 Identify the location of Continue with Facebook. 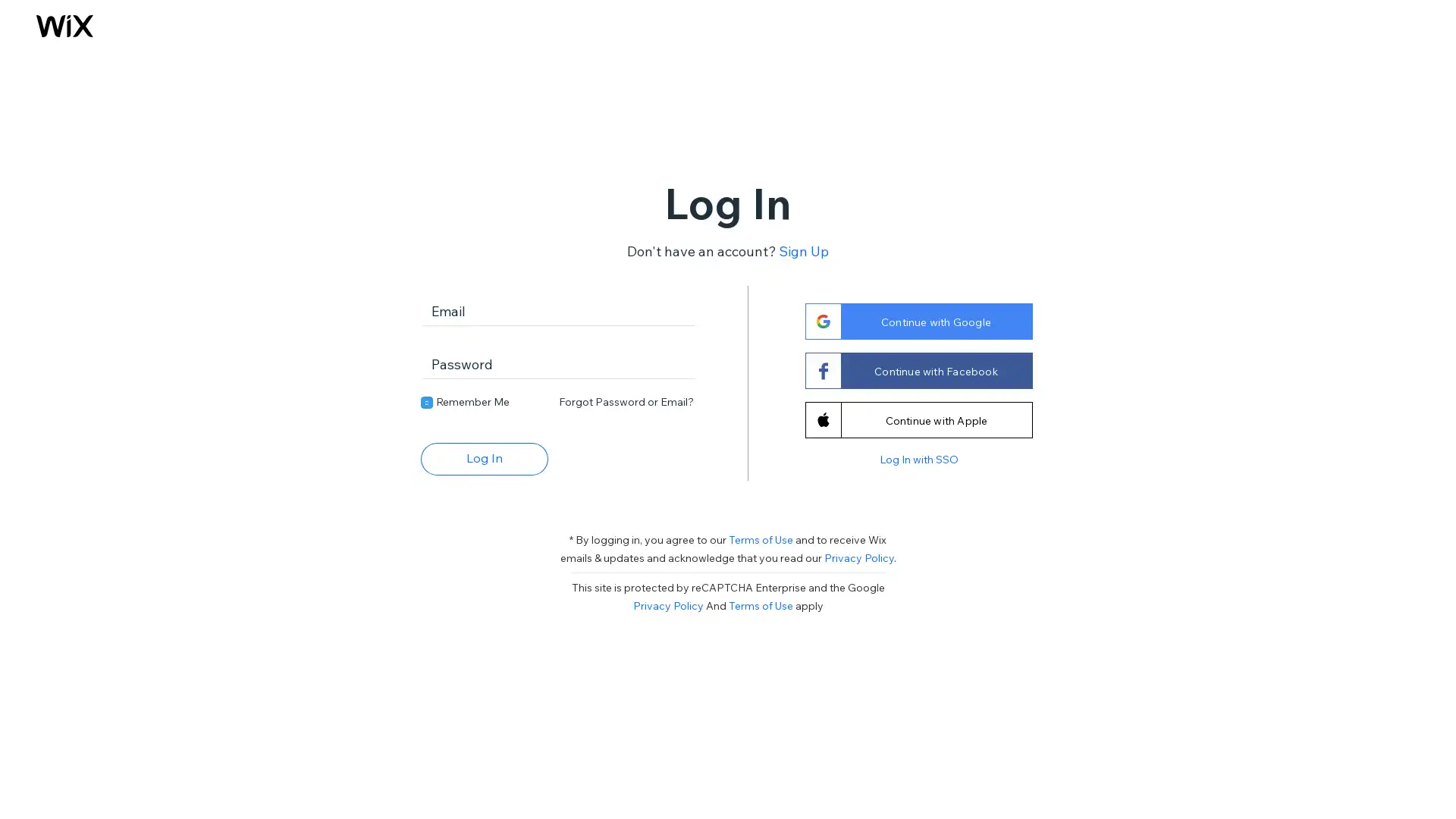
(917, 370).